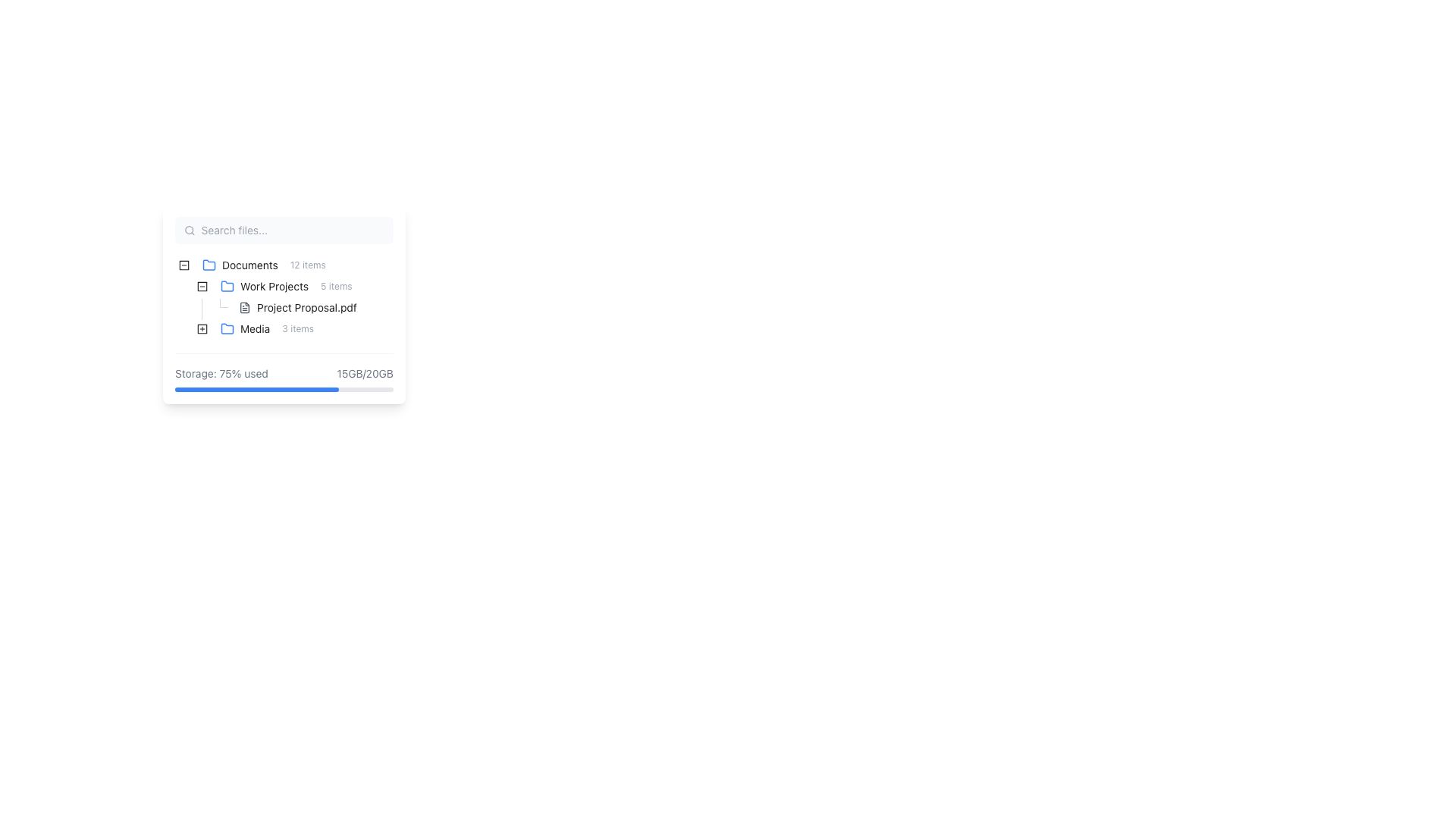  What do you see at coordinates (202, 328) in the screenshot?
I see `the plus sign icon within a square` at bounding box center [202, 328].